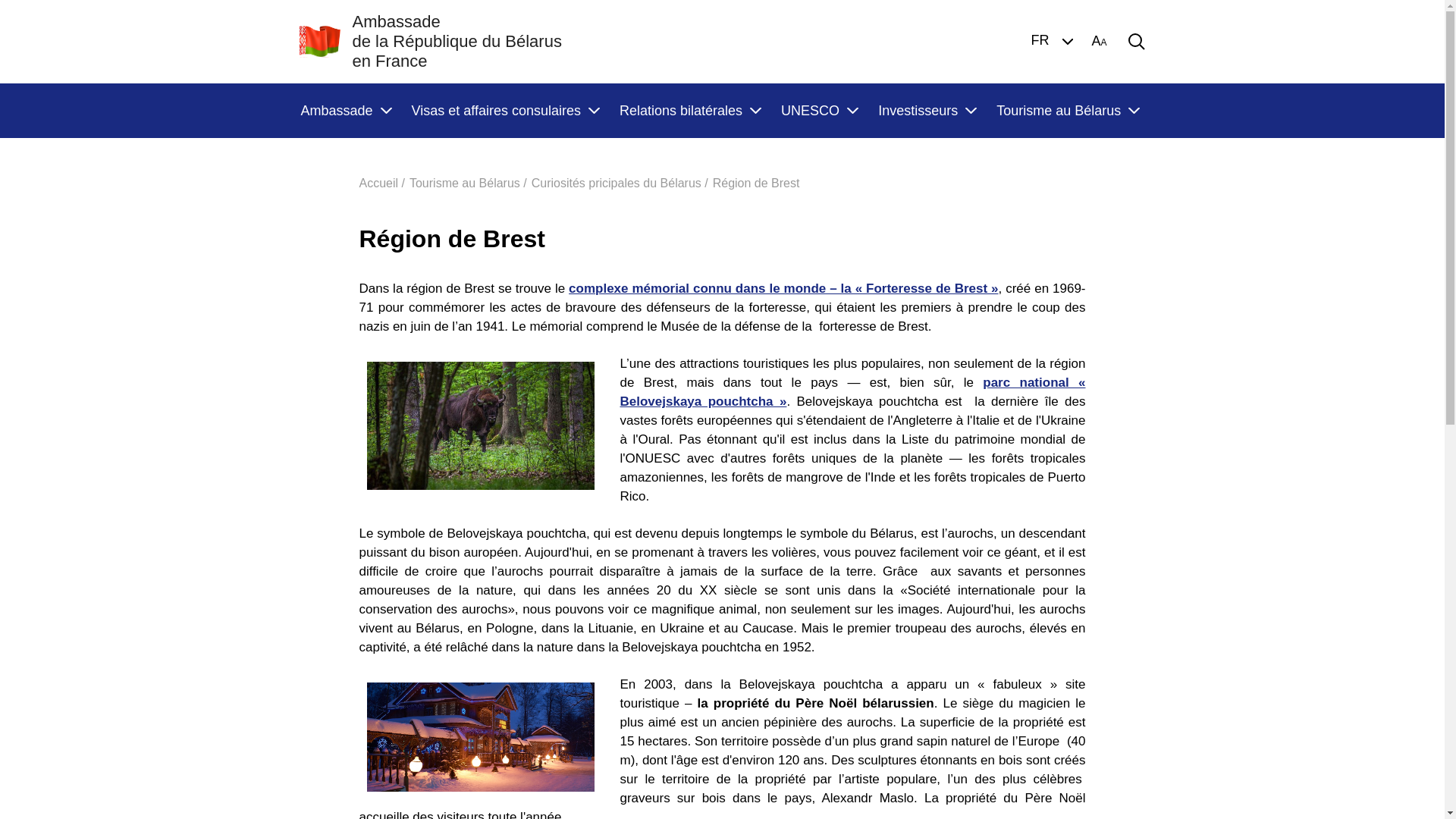 The image size is (1456, 819). What do you see at coordinates (818, 110) in the screenshot?
I see `'UNESCO'` at bounding box center [818, 110].